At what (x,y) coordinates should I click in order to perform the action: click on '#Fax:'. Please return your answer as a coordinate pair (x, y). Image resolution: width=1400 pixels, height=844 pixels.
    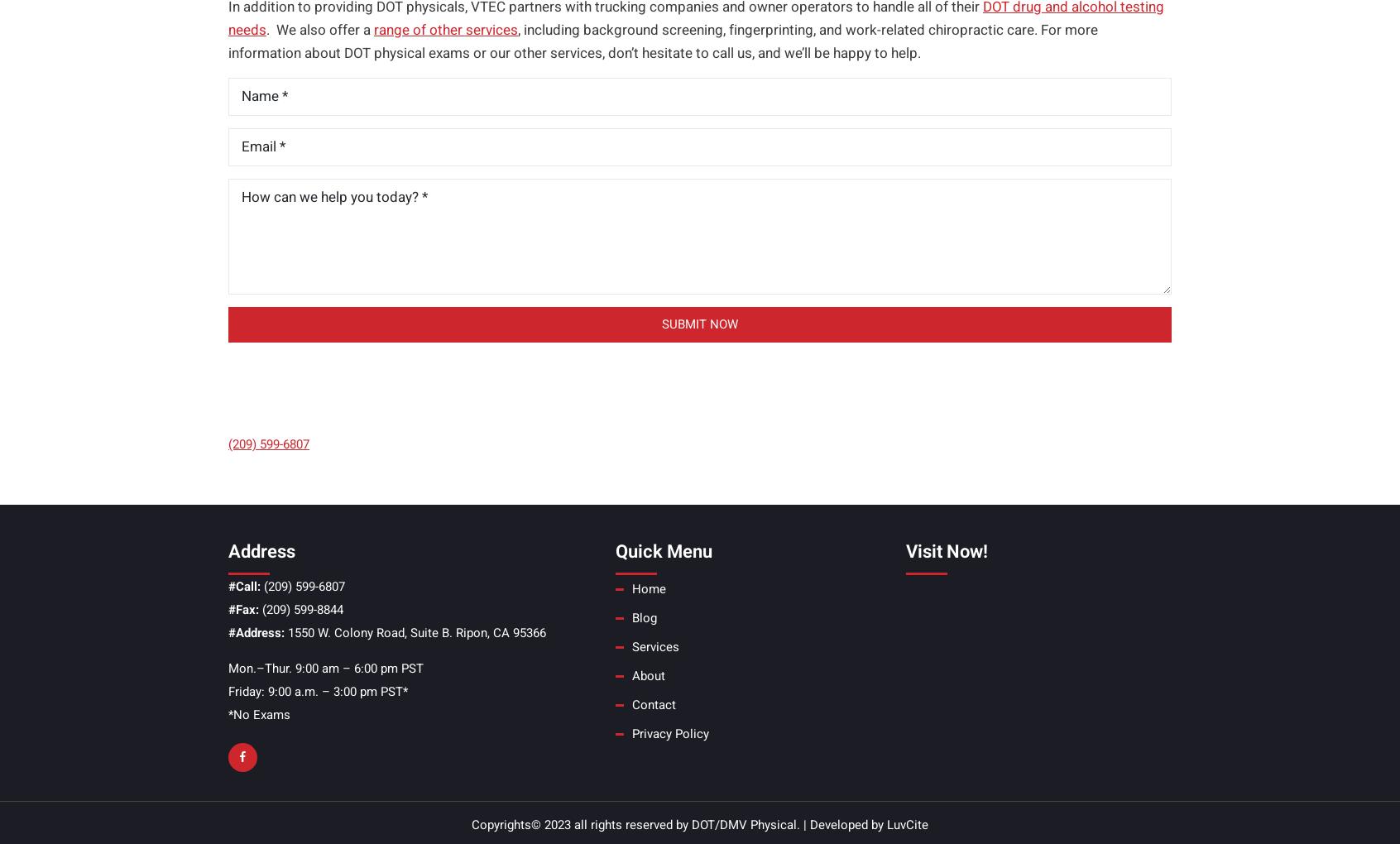
    Looking at the image, I should click on (242, 609).